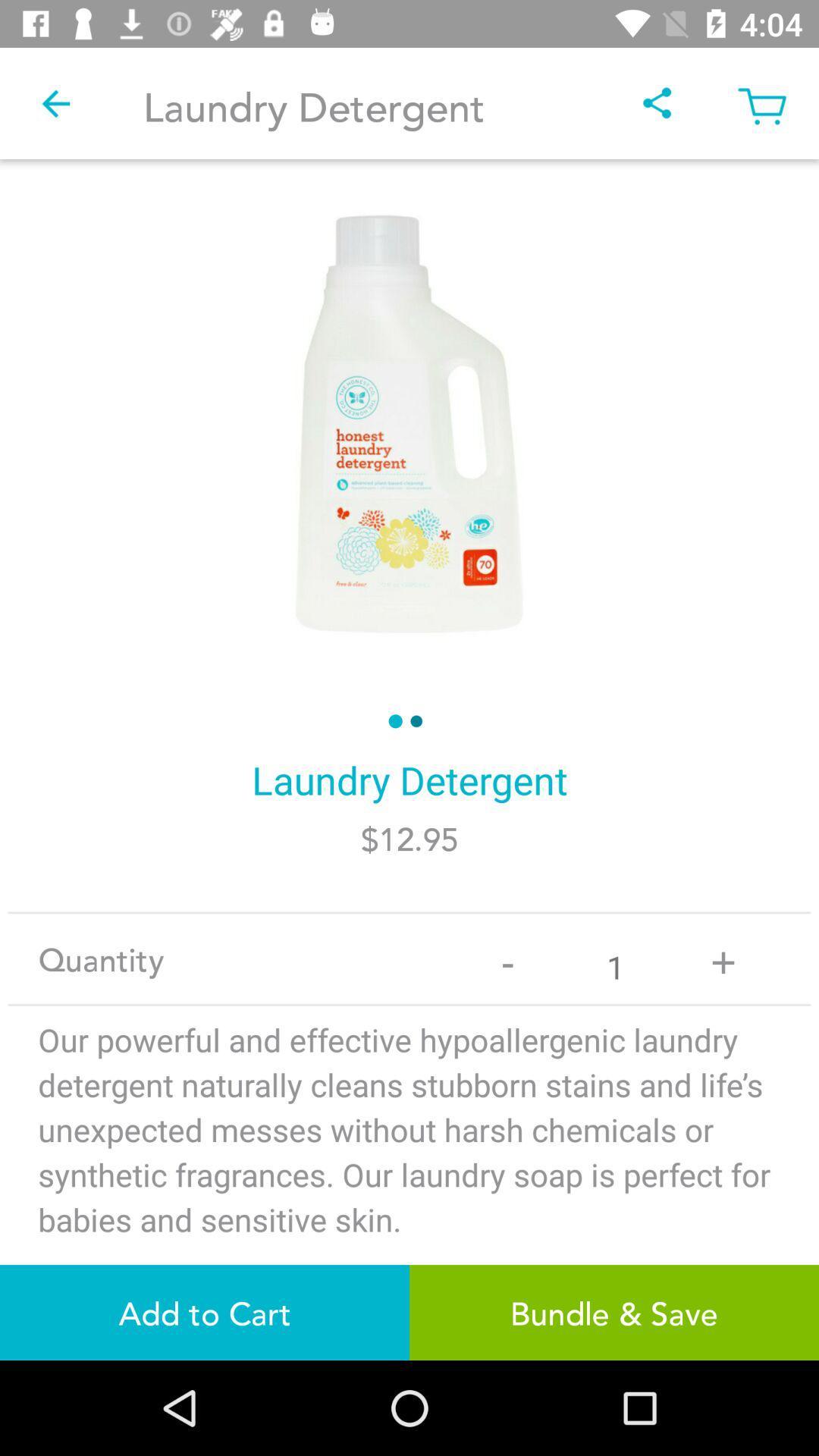 This screenshot has width=819, height=1456. I want to click on the icon next to quantity icon, so click(507, 958).